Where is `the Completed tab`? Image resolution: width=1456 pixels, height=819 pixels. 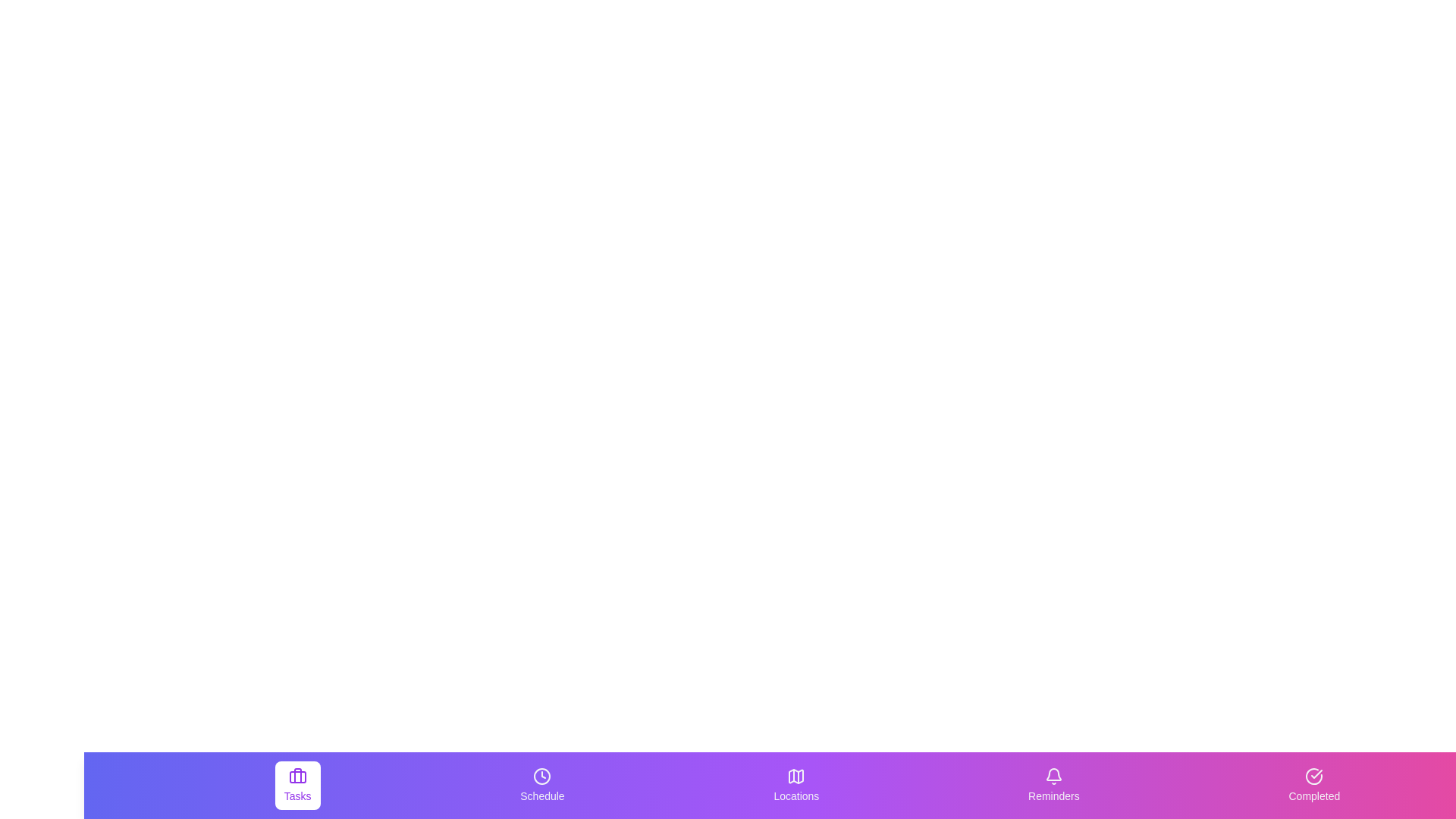 the Completed tab is located at coordinates (1313, 785).